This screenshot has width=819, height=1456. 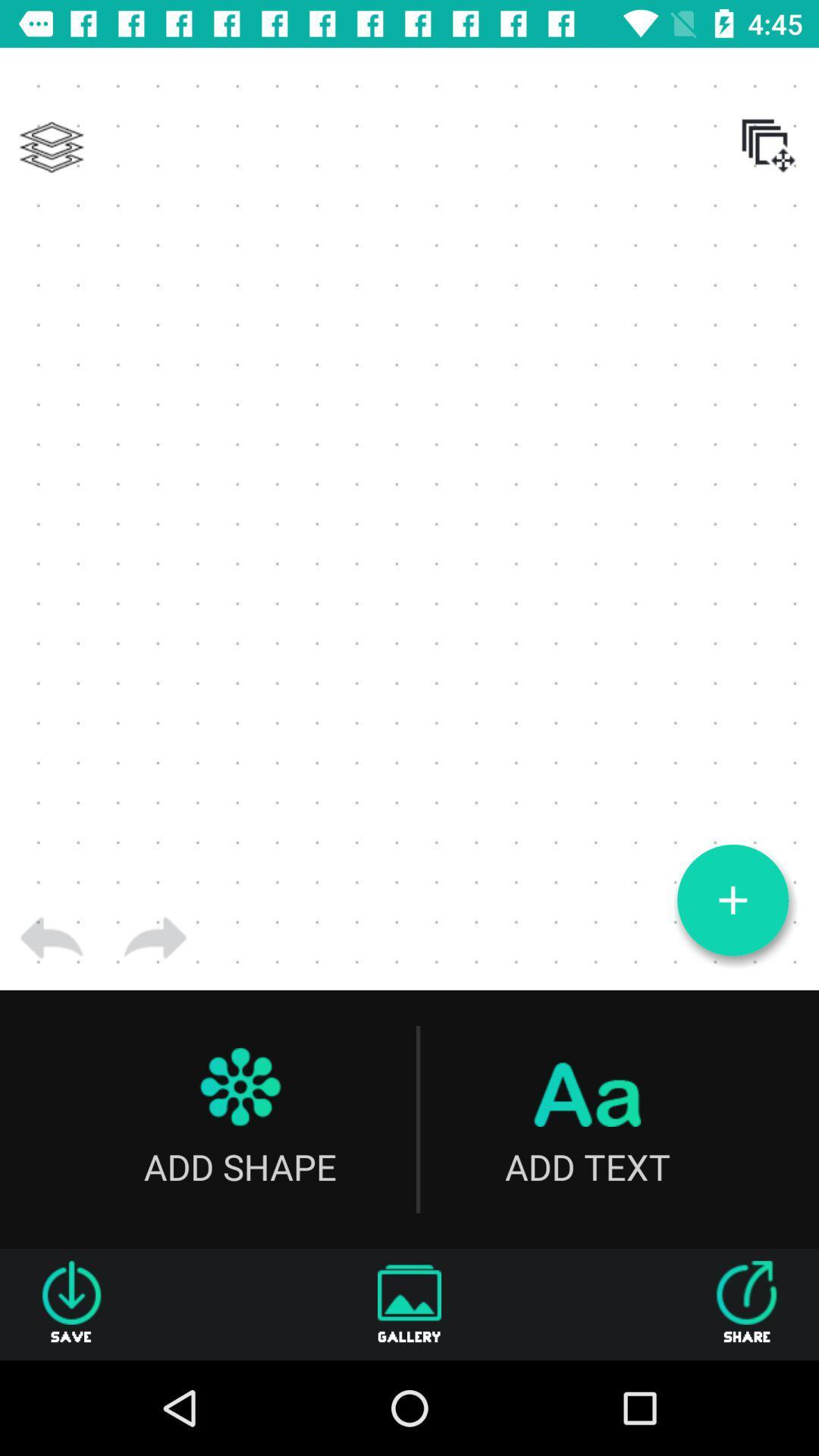 I want to click on the item next to the share icon, so click(x=409, y=1304).